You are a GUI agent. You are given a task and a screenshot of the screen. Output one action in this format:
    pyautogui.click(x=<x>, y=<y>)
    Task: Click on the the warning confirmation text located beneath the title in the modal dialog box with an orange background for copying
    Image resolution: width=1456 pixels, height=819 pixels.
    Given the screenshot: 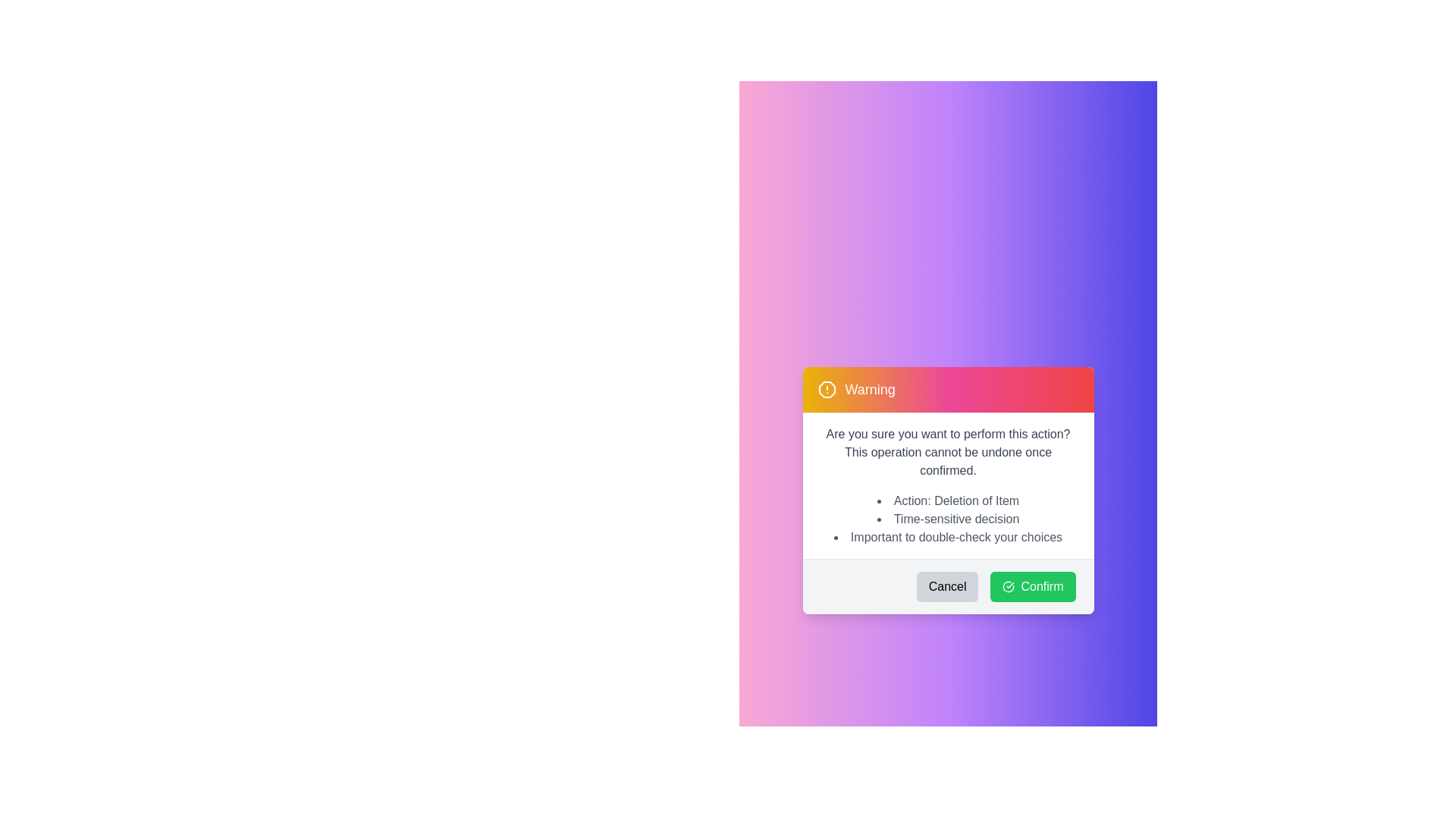 What is the action you would take?
    pyautogui.click(x=947, y=452)
    